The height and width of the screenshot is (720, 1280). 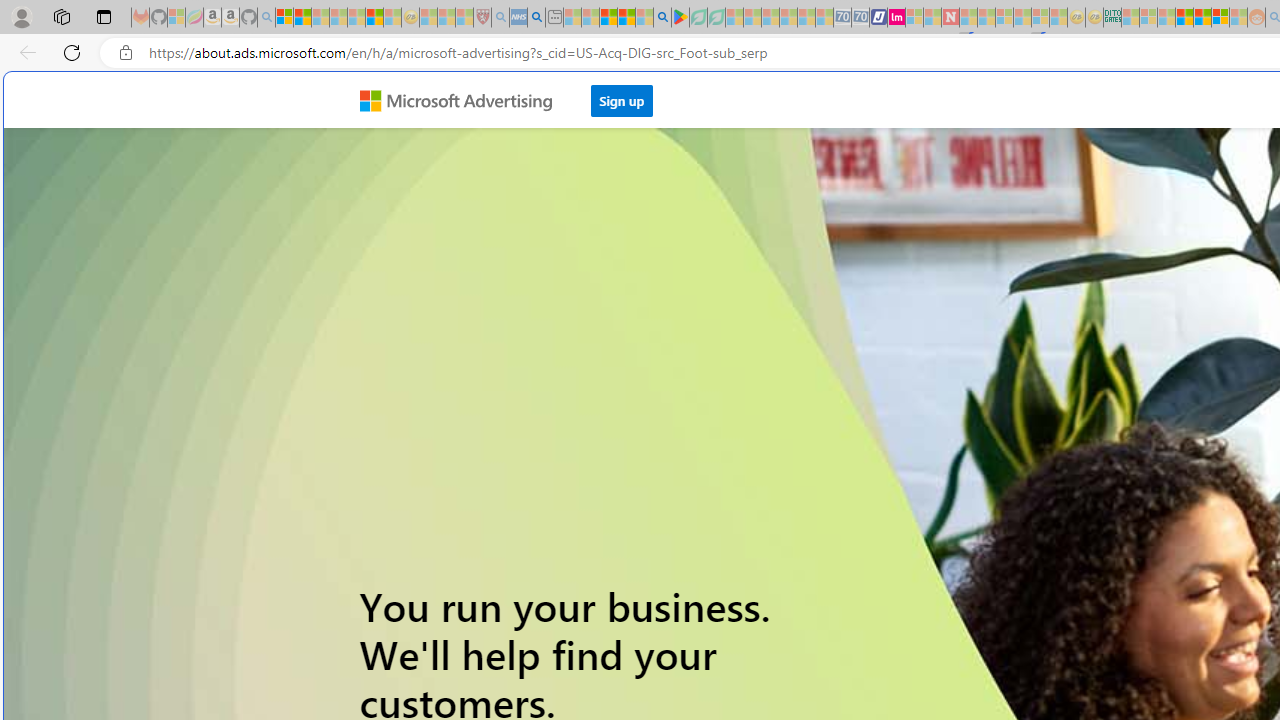 What do you see at coordinates (621, 100) in the screenshot?
I see `'Sign up'` at bounding box center [621, 100].